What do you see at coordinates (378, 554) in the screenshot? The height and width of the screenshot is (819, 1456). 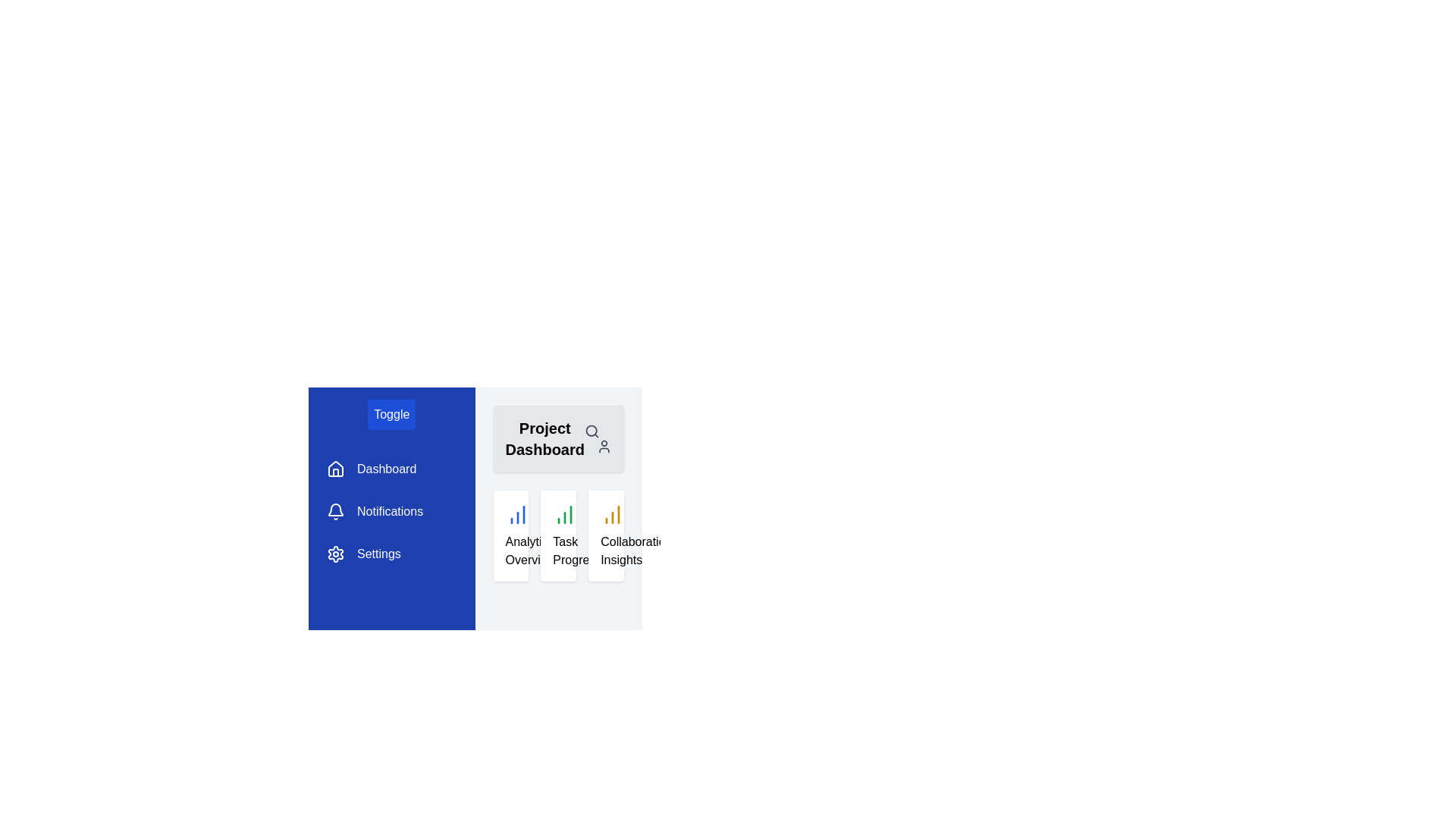 I see `the 'Settings' text label in the vertical navigation menu, which is styled in a white sans-serif font against a blue background, located below the 'Notifications' option` at bounding box center [378, 554].